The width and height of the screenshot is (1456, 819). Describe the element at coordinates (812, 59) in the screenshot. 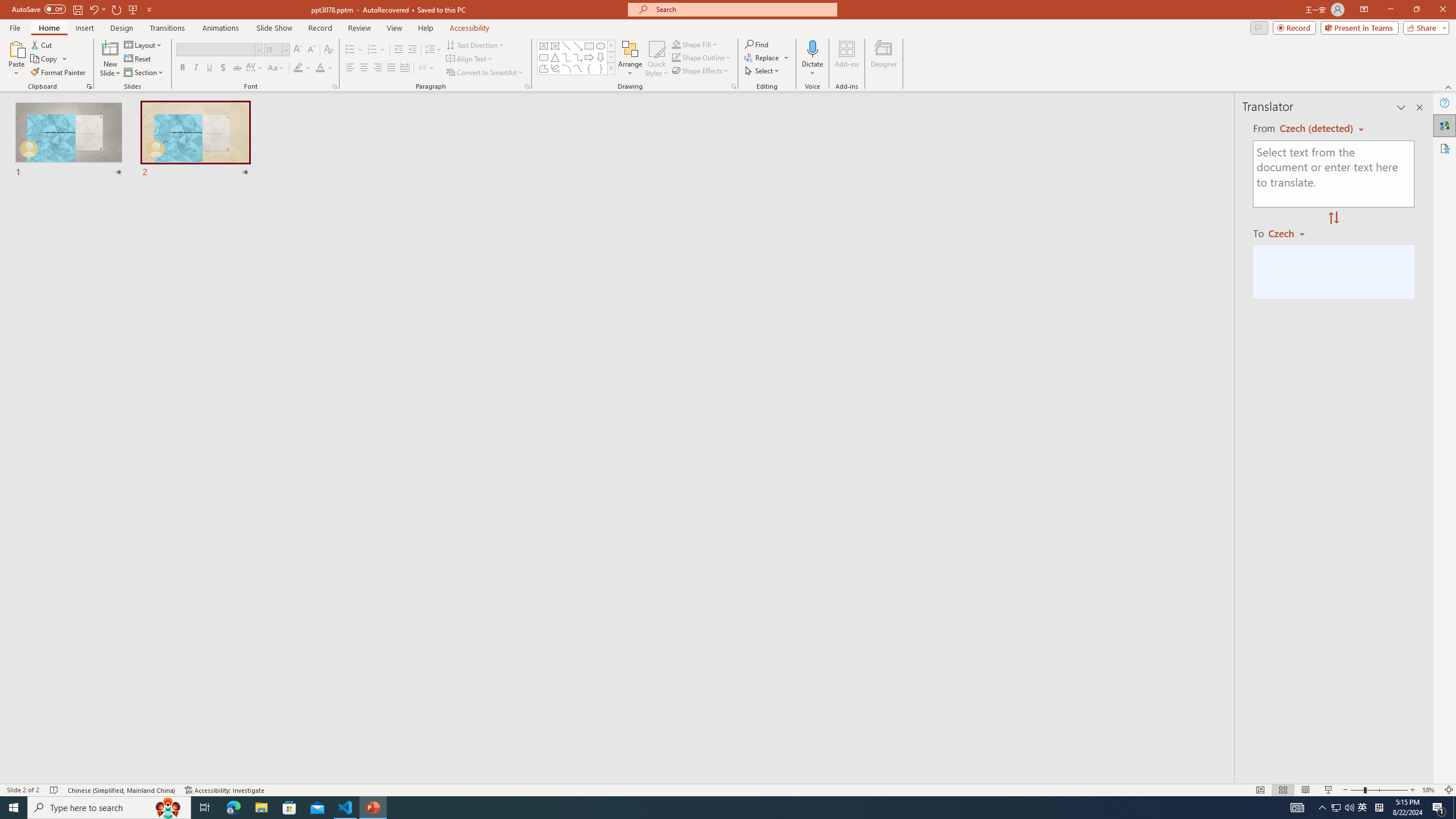

I see `'Dictate'` at that location.